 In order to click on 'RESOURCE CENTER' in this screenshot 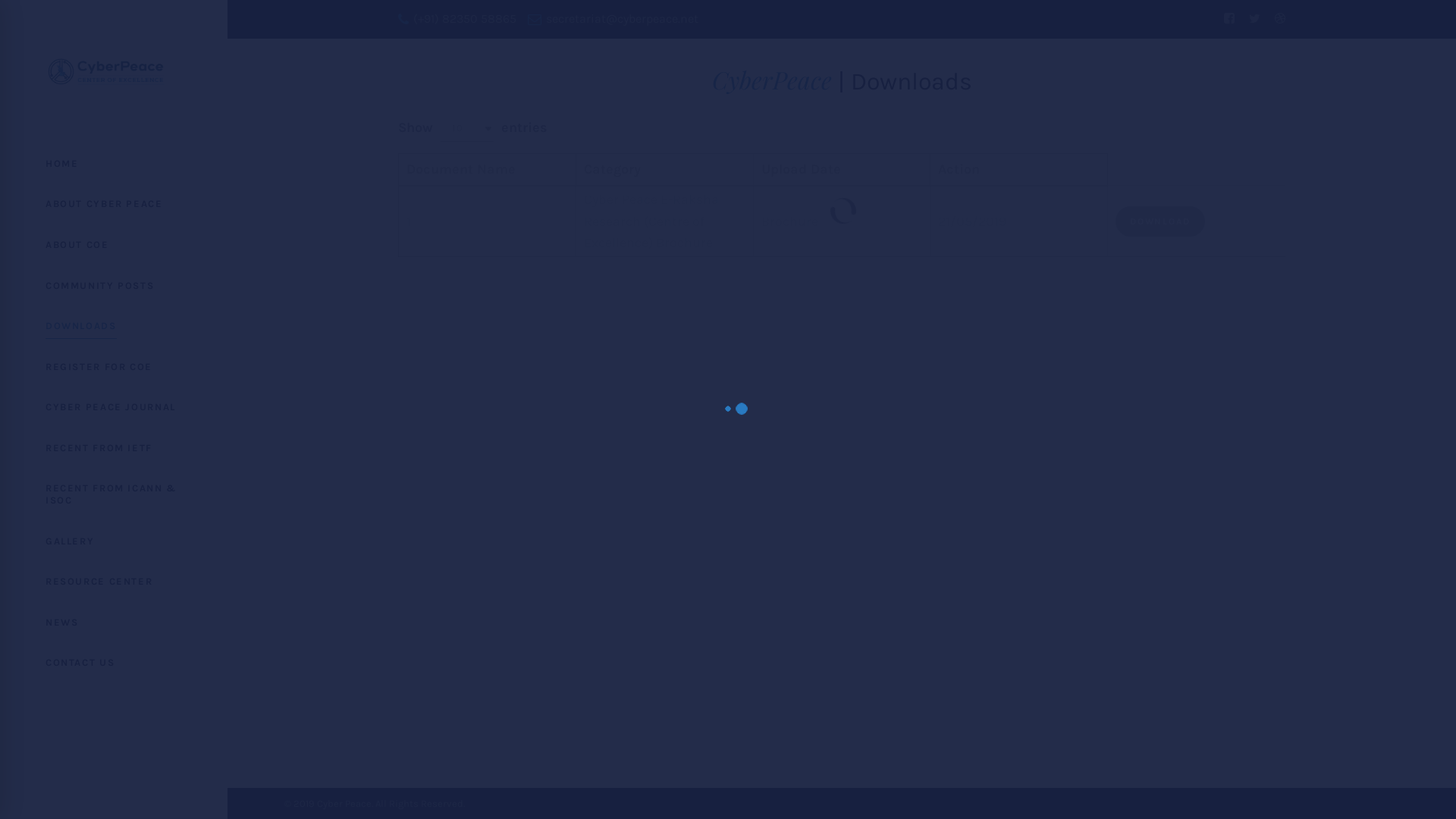, I will do `click(0, 581)`.